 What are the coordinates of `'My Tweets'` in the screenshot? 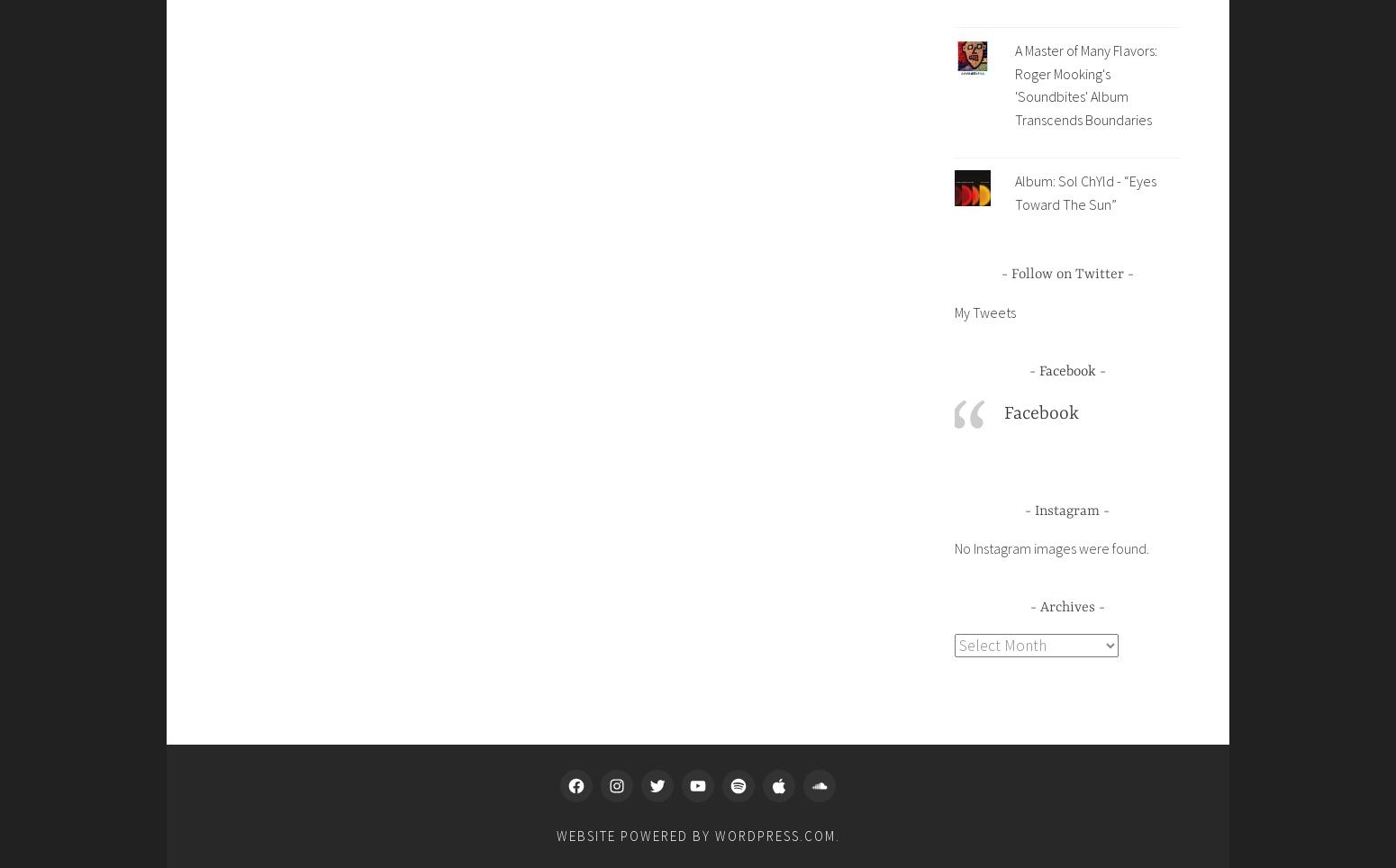 It's located at (984, 310).